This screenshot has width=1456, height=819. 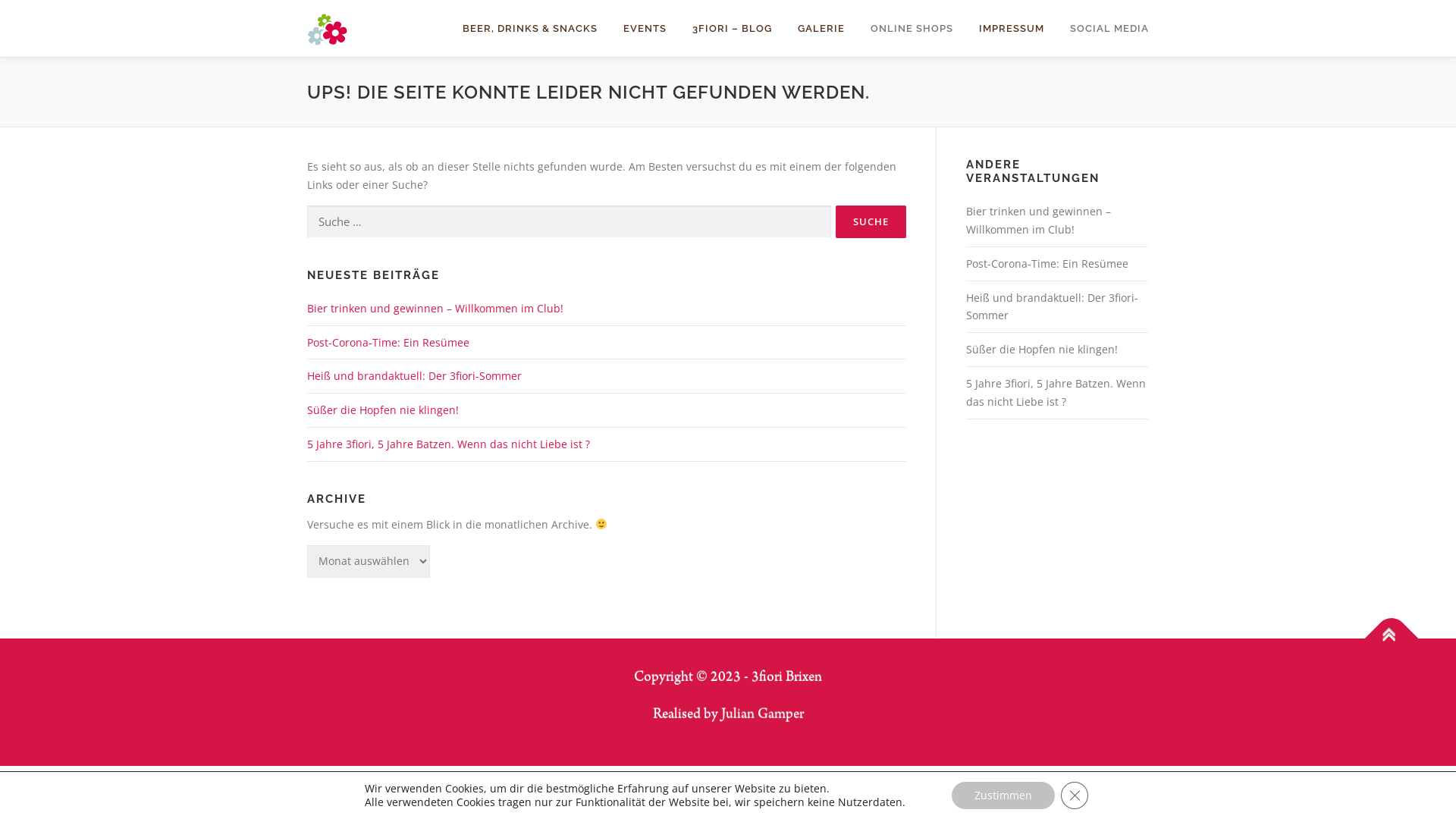 I want to click on '5 Jahre 3fiori, 5 Jahre Batzen. Wenn das nicht Liebe ist ?', so click(x=306, y=444).